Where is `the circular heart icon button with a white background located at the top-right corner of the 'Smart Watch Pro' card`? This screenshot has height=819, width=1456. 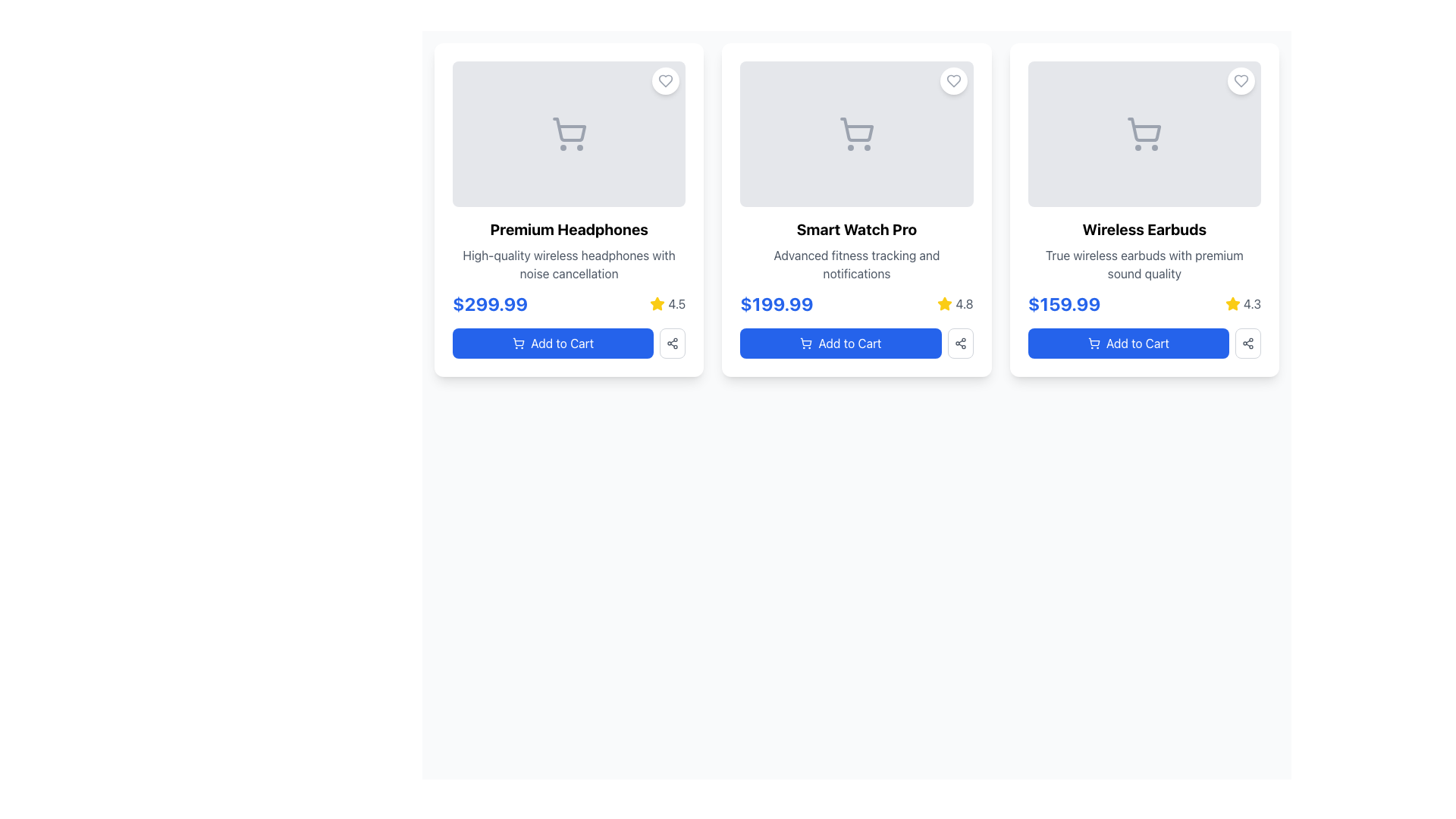
the circular heart icon button with a white background located at the top-right corner of the 'Smart Watch Pro' card is located at coordinates (952, 81).